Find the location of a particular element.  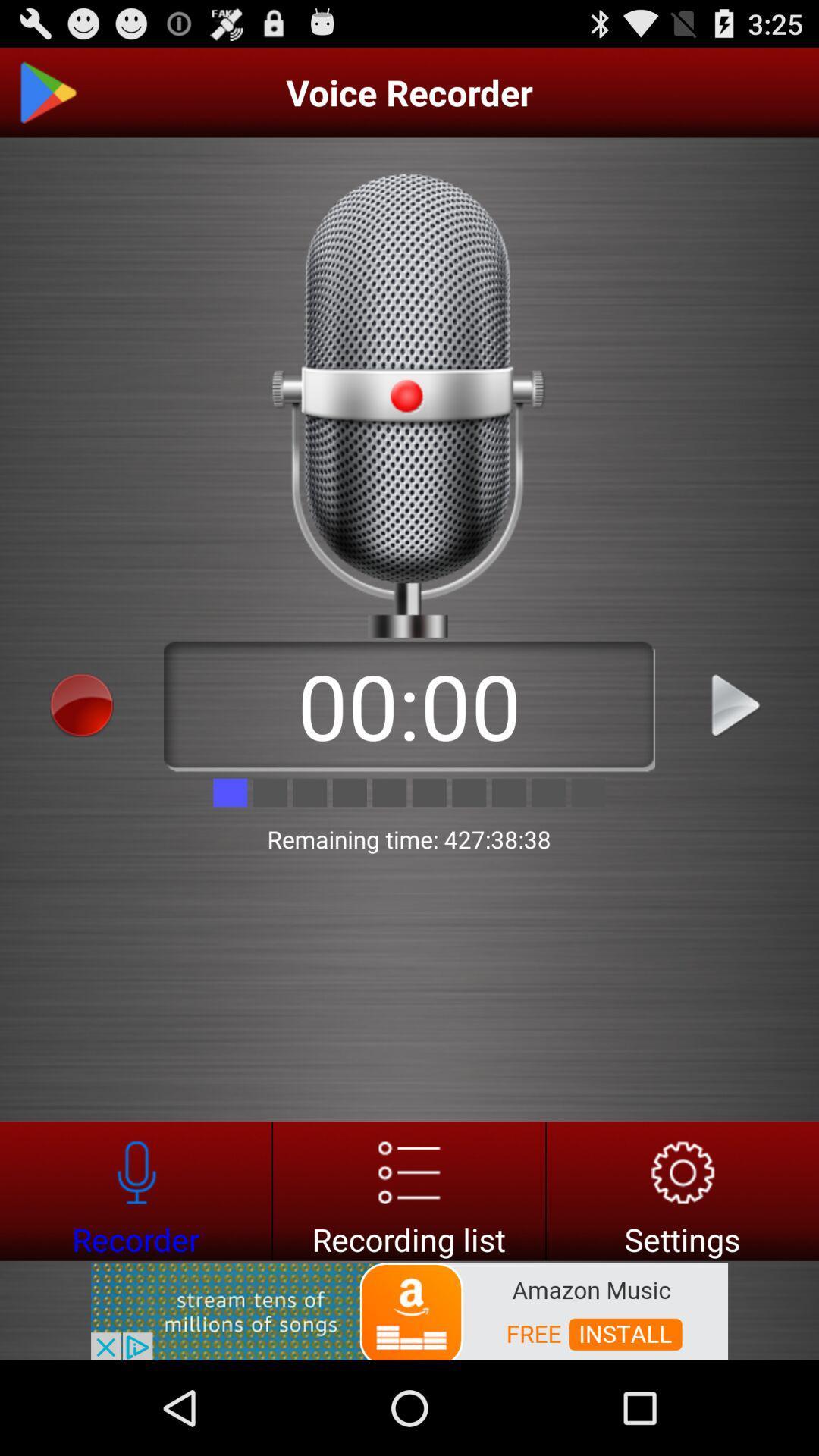

play is located at coordinates (736, 704).